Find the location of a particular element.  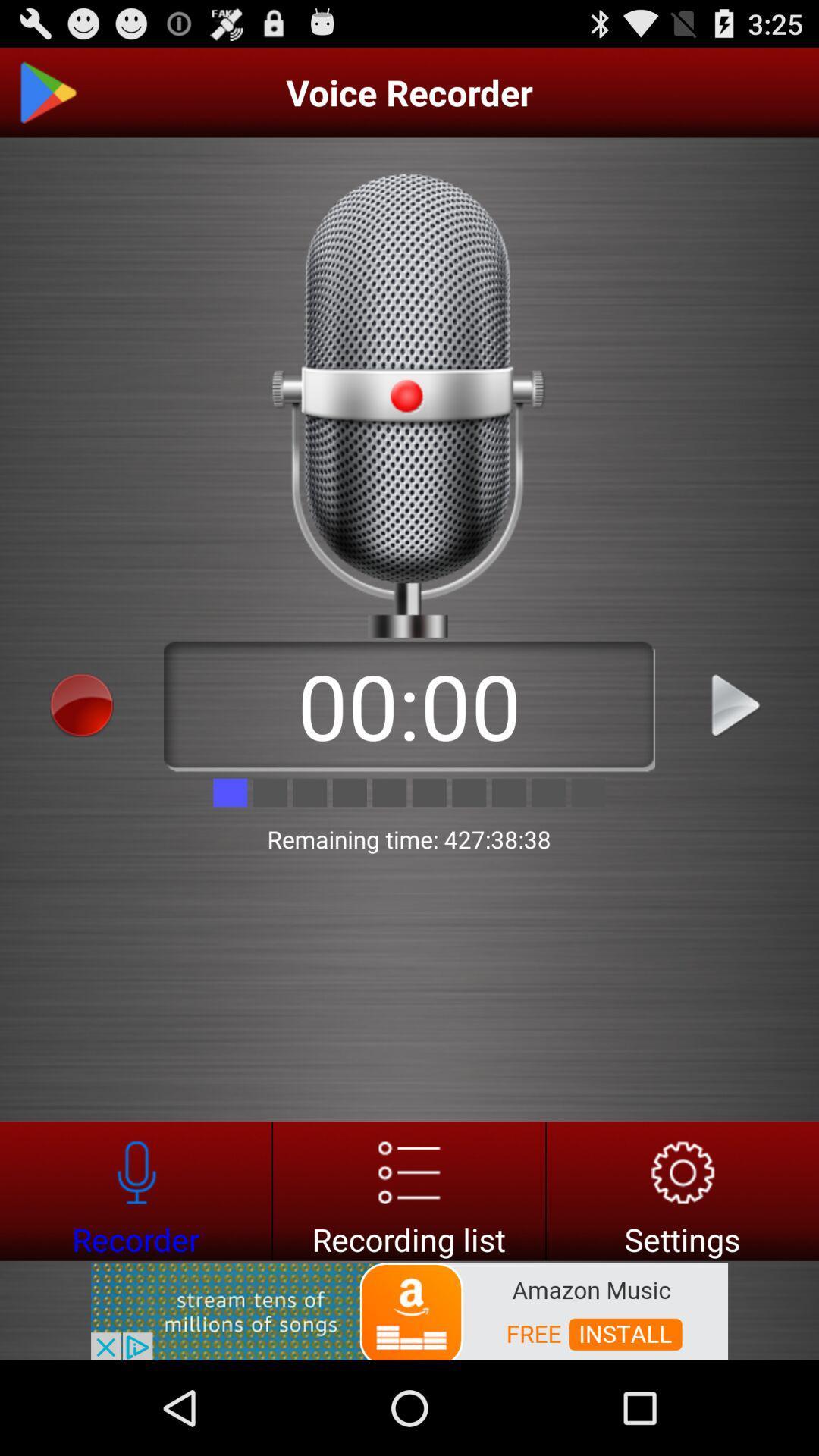

play is located at coordinates (736, 704).